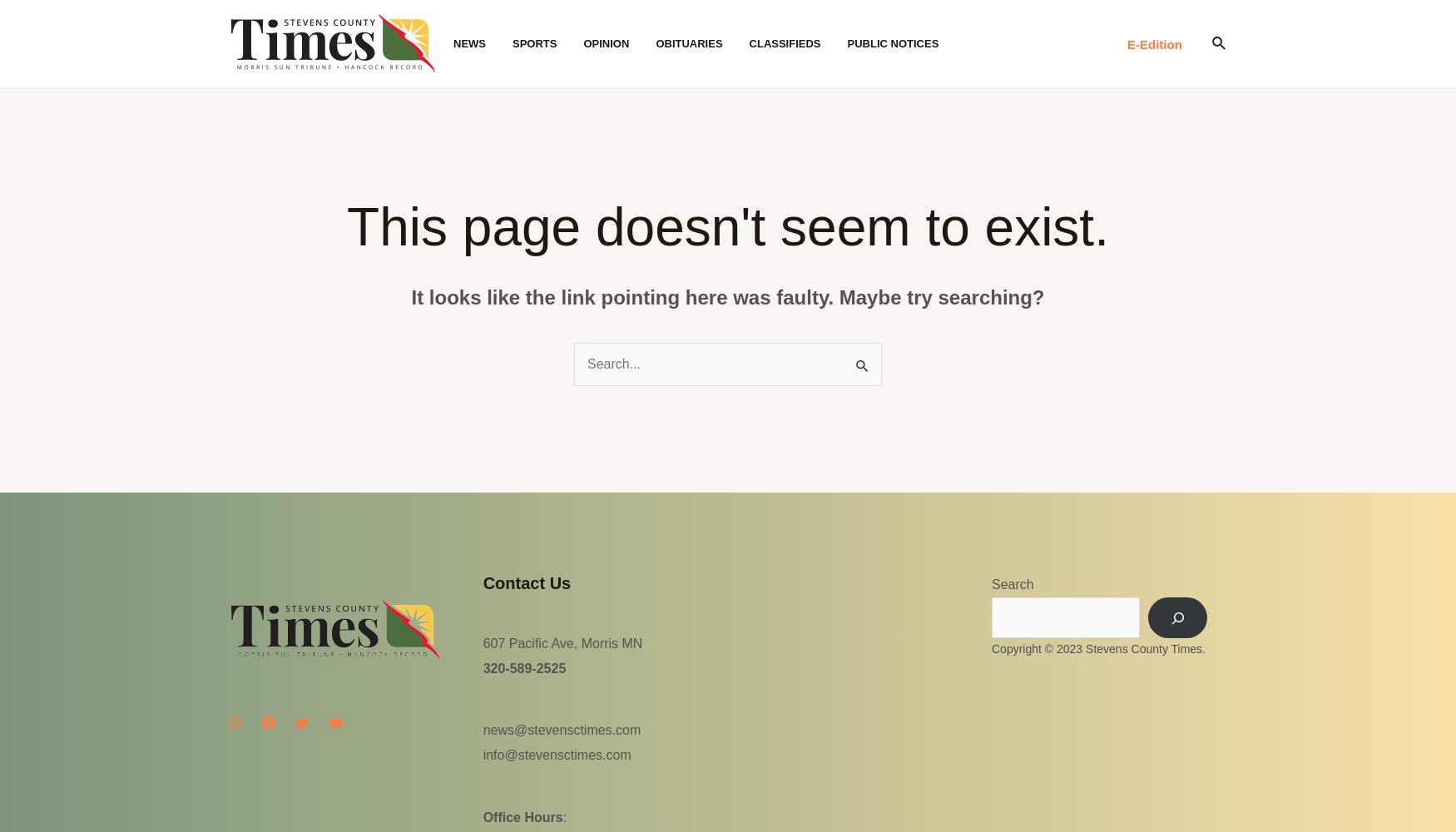 This screenshot has height=832, width=1456. I want to click on 'Contact Us', so click(525, 582).